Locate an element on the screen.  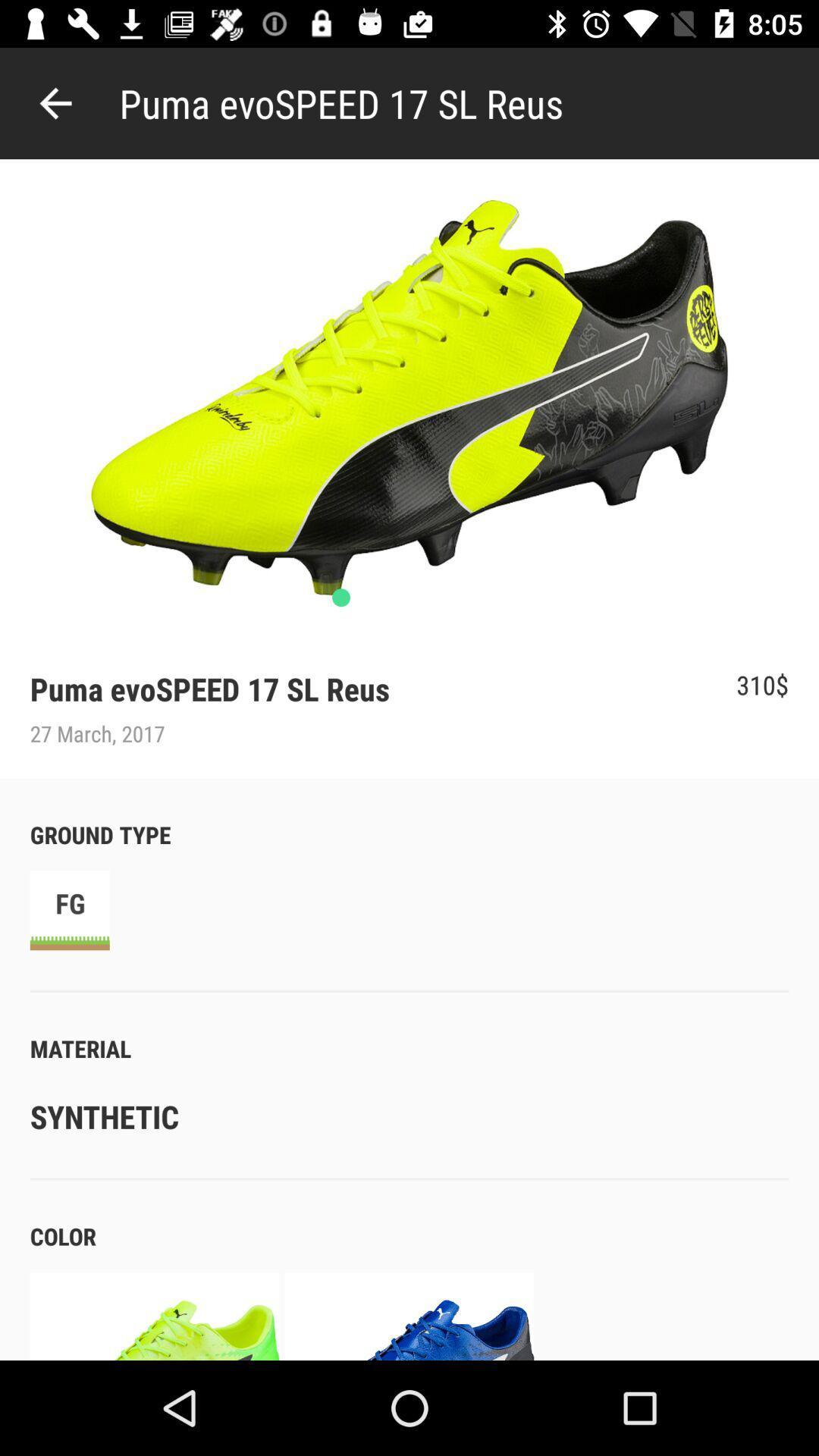
the icon at the top left corner is located at coordinates (55, 102).